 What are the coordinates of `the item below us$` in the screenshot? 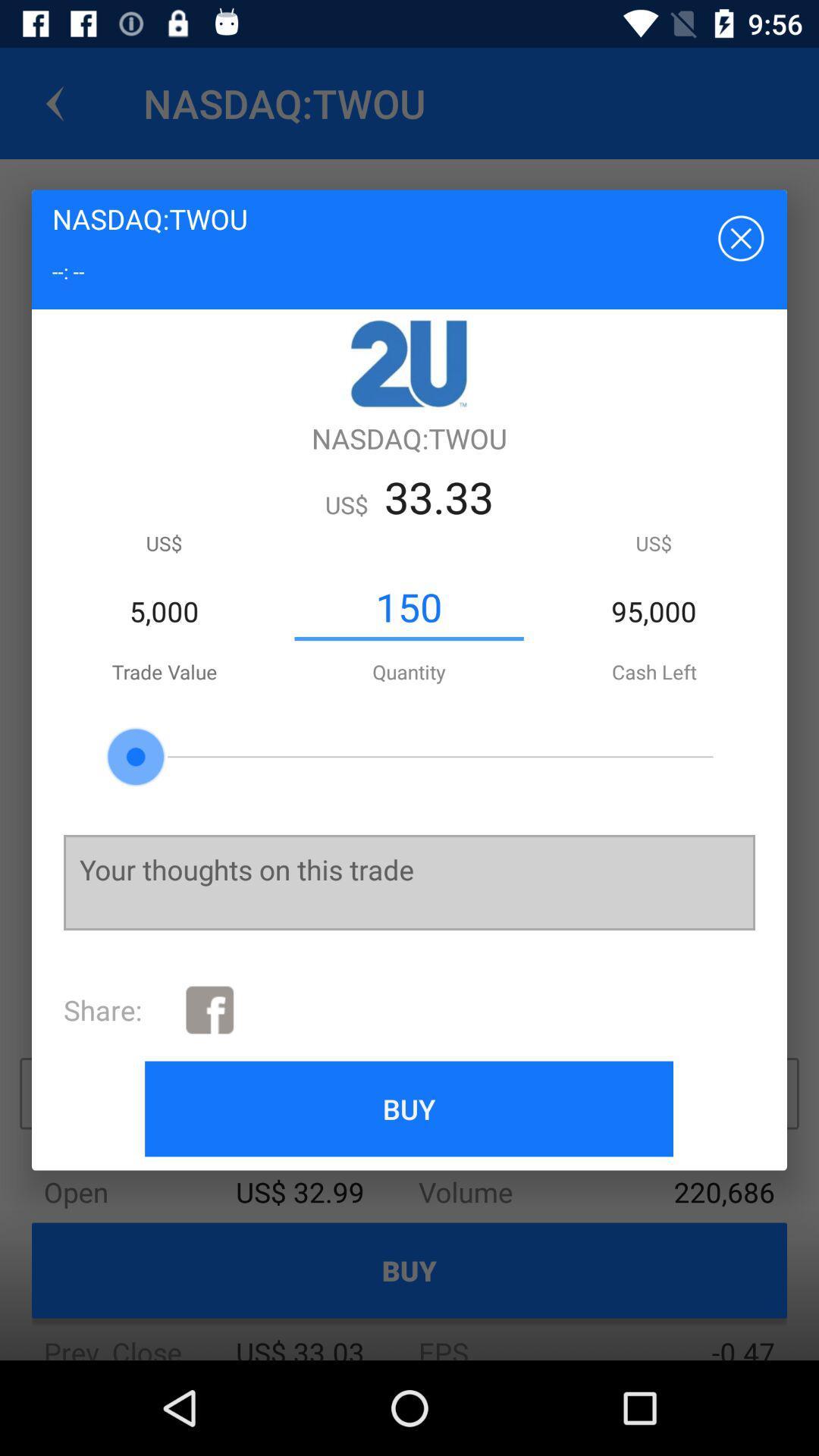 It's located at (408, 607).